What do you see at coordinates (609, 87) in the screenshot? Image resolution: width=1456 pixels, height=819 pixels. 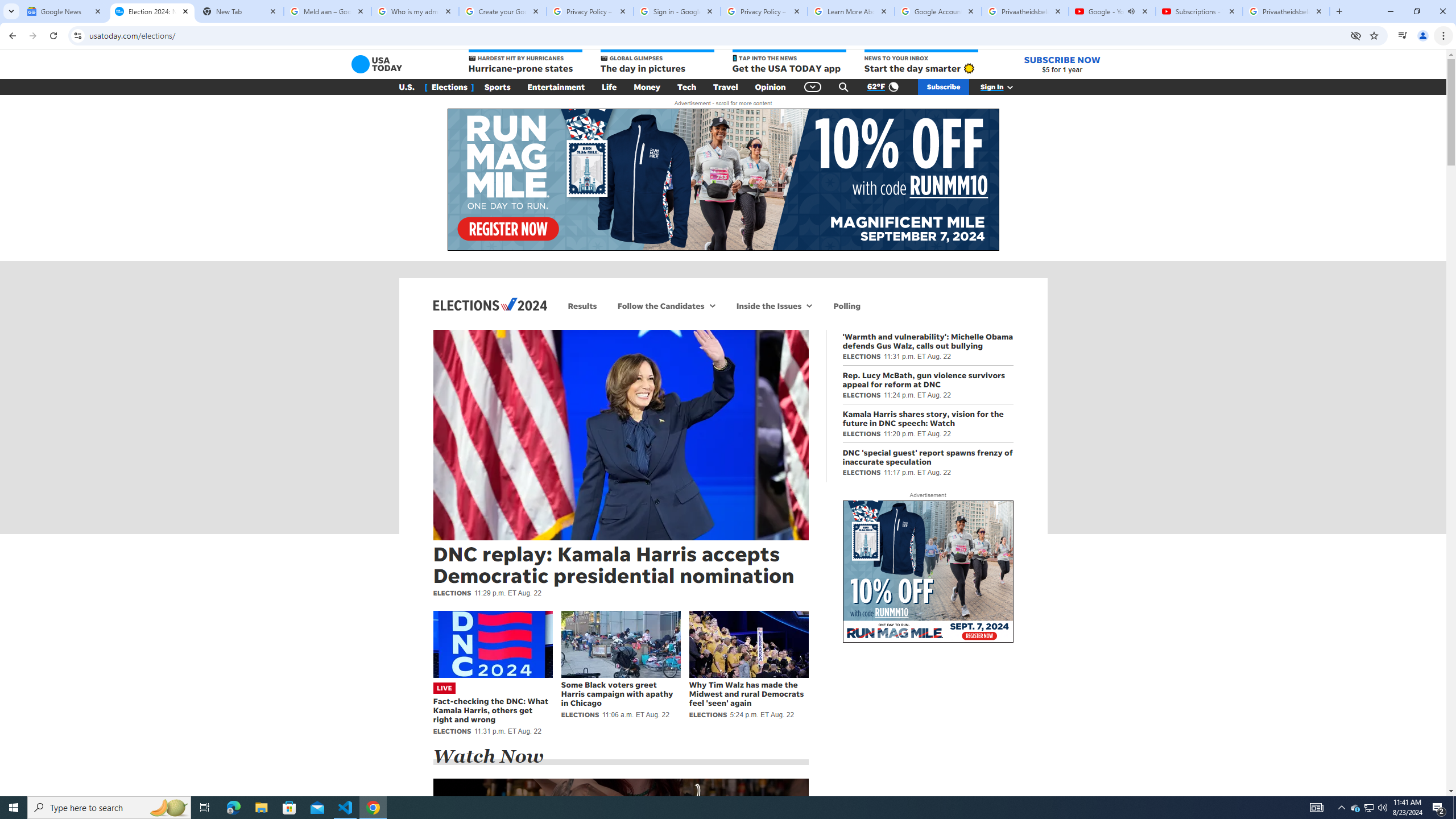 I see `'Life'` at bounding box center [609, 87].